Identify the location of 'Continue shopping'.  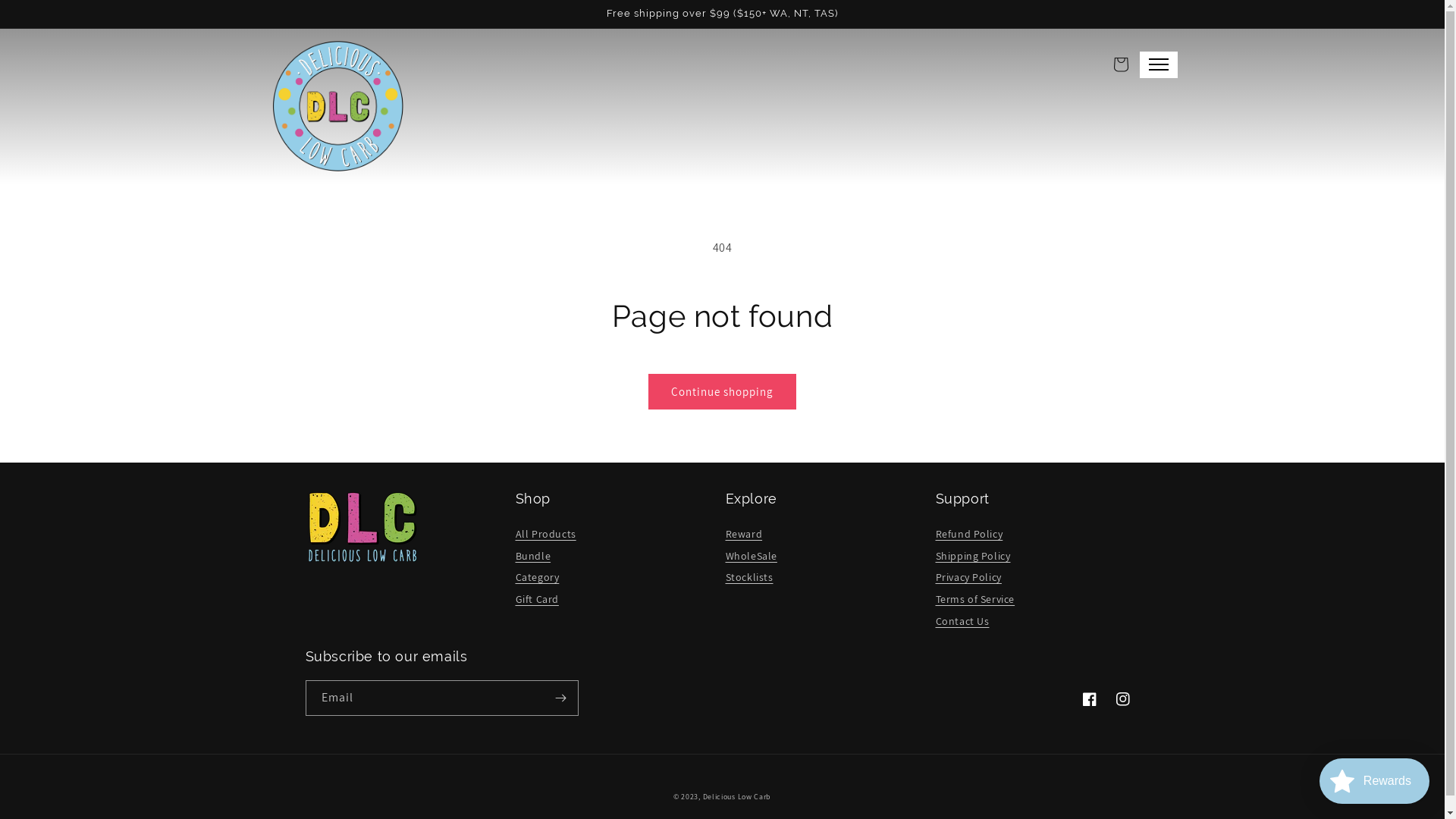
(721, 391).